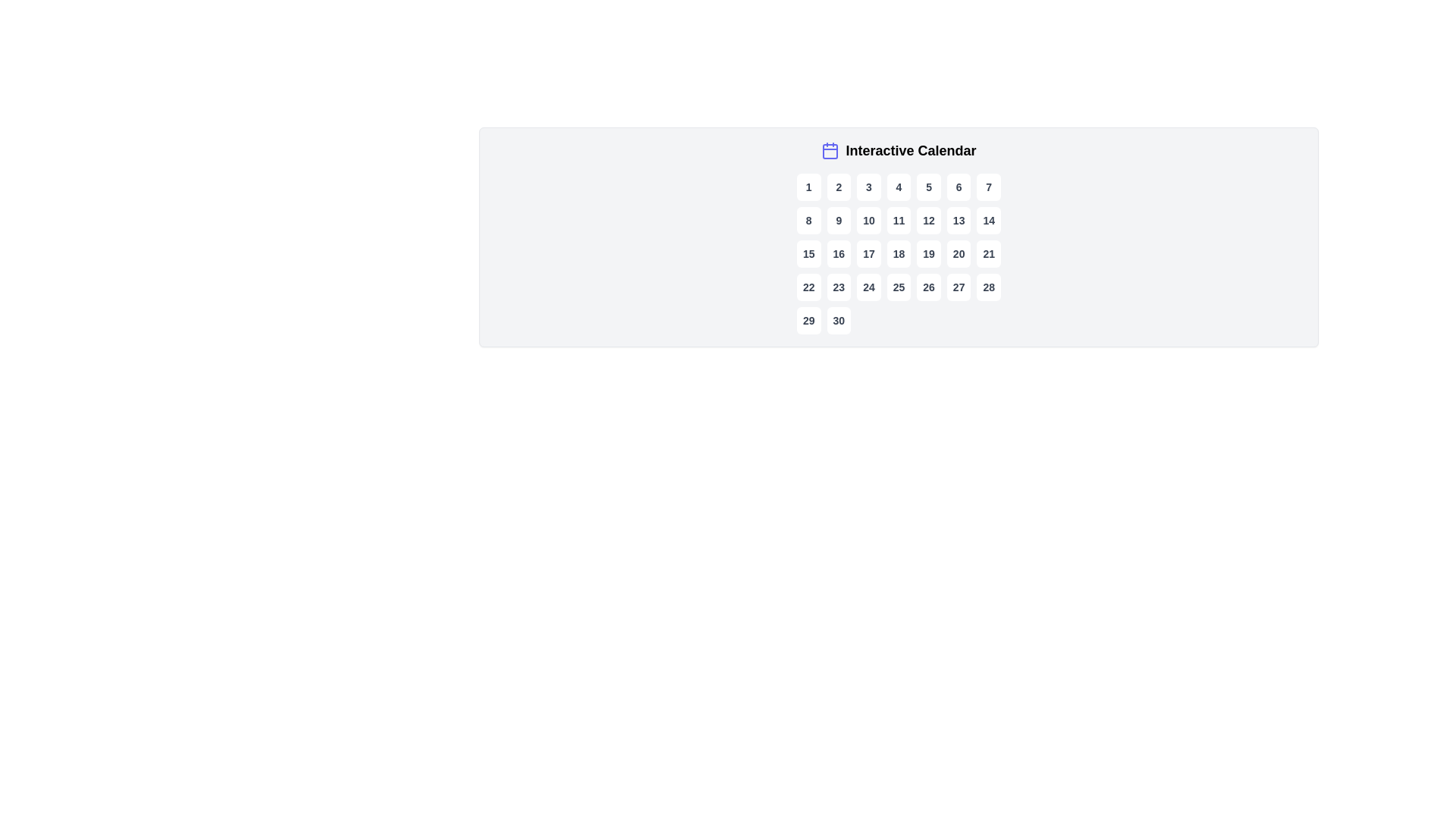 Image resolution: width=1456 pixels, height=819 pixels. Describe the element at coordinates (958, 220) in the screenshot. I see `the button representing the 13th day of the month in the interactive calendar` at that location.